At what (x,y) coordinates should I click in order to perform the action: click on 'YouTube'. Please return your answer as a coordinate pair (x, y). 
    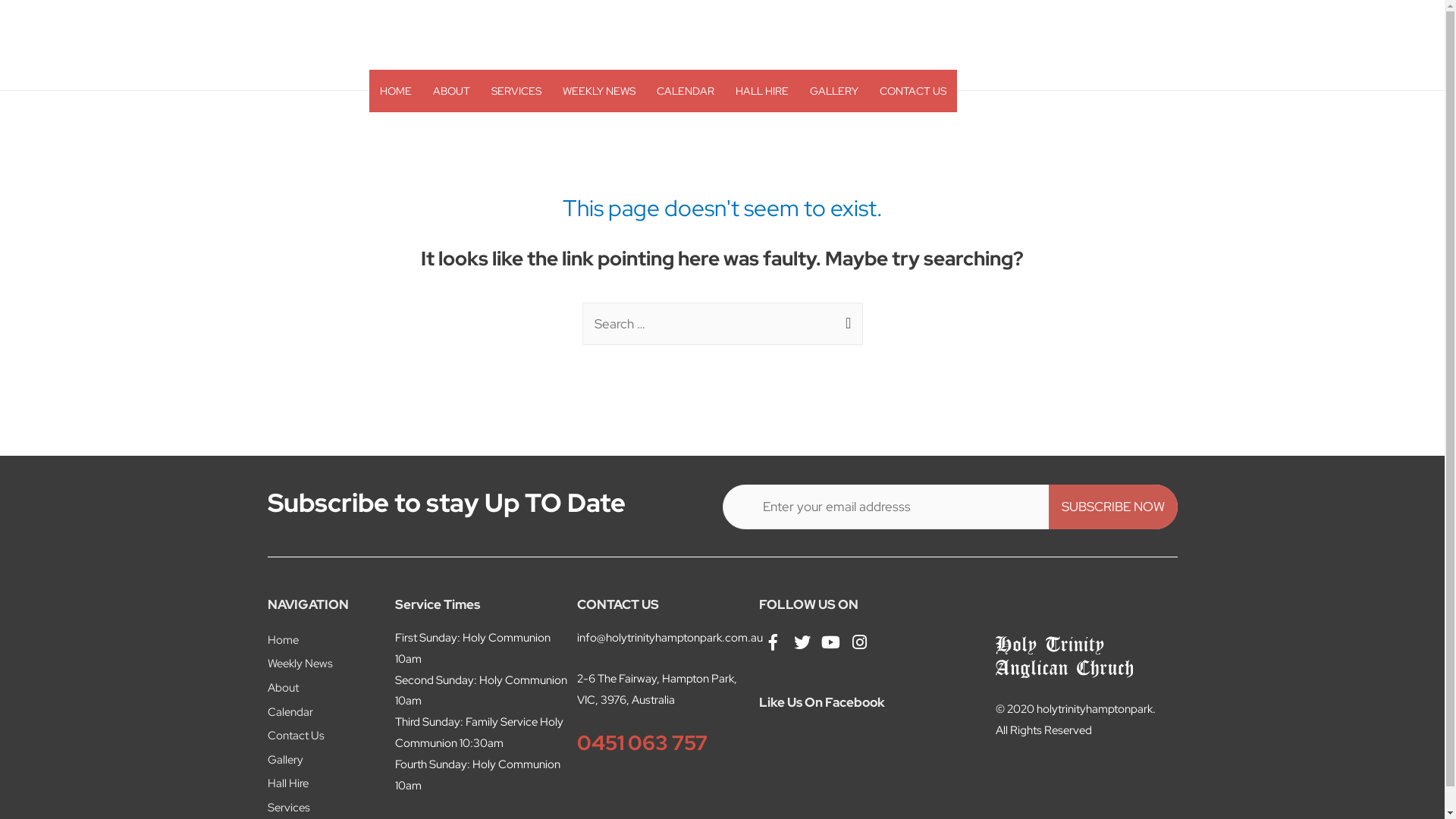
    Looking at the image, I should click on (830, 642).